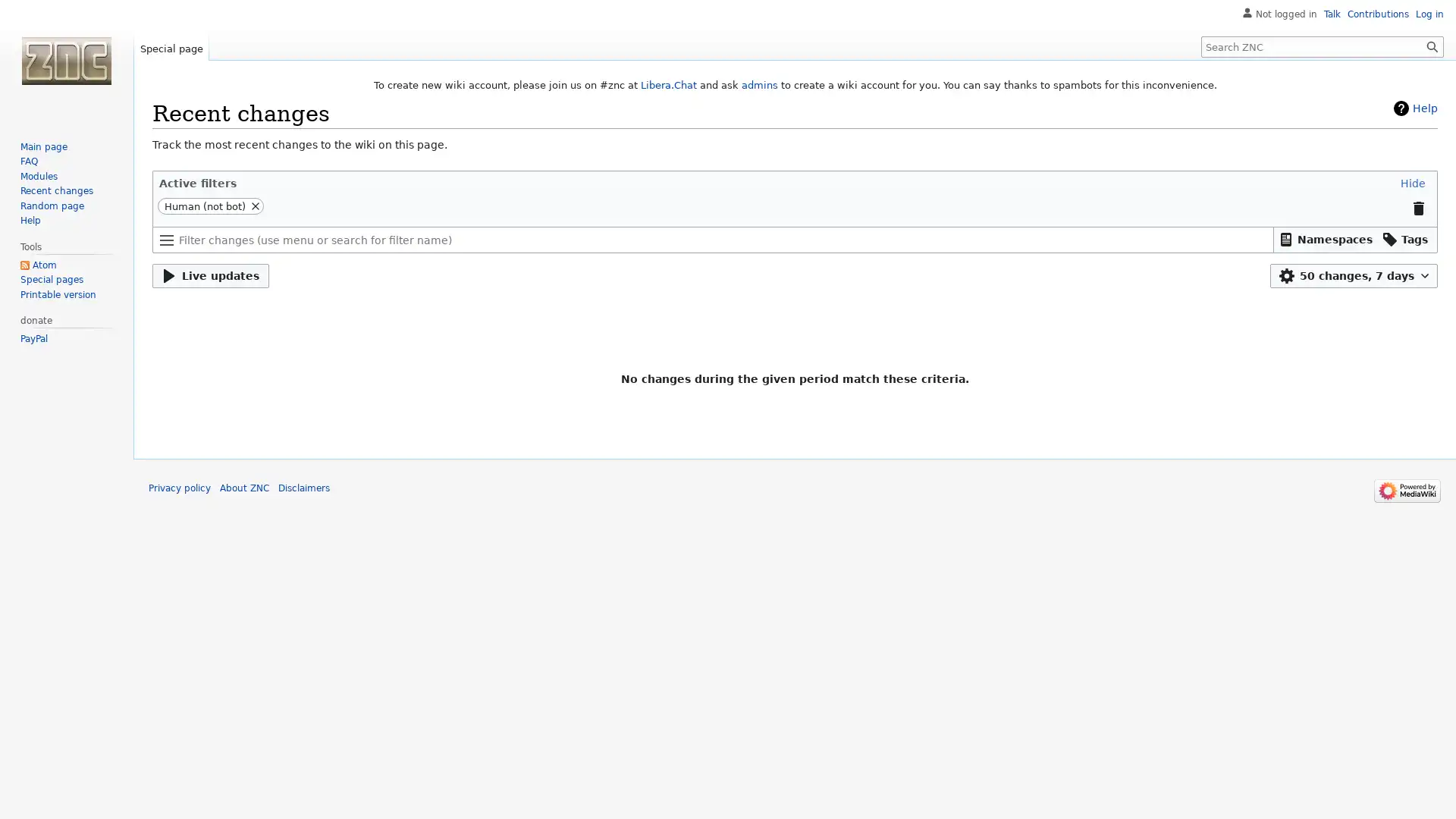  What do you see at coordinates (1432, 45) in the screenshot?
I see `Search` at bounding box center [1432, 45].